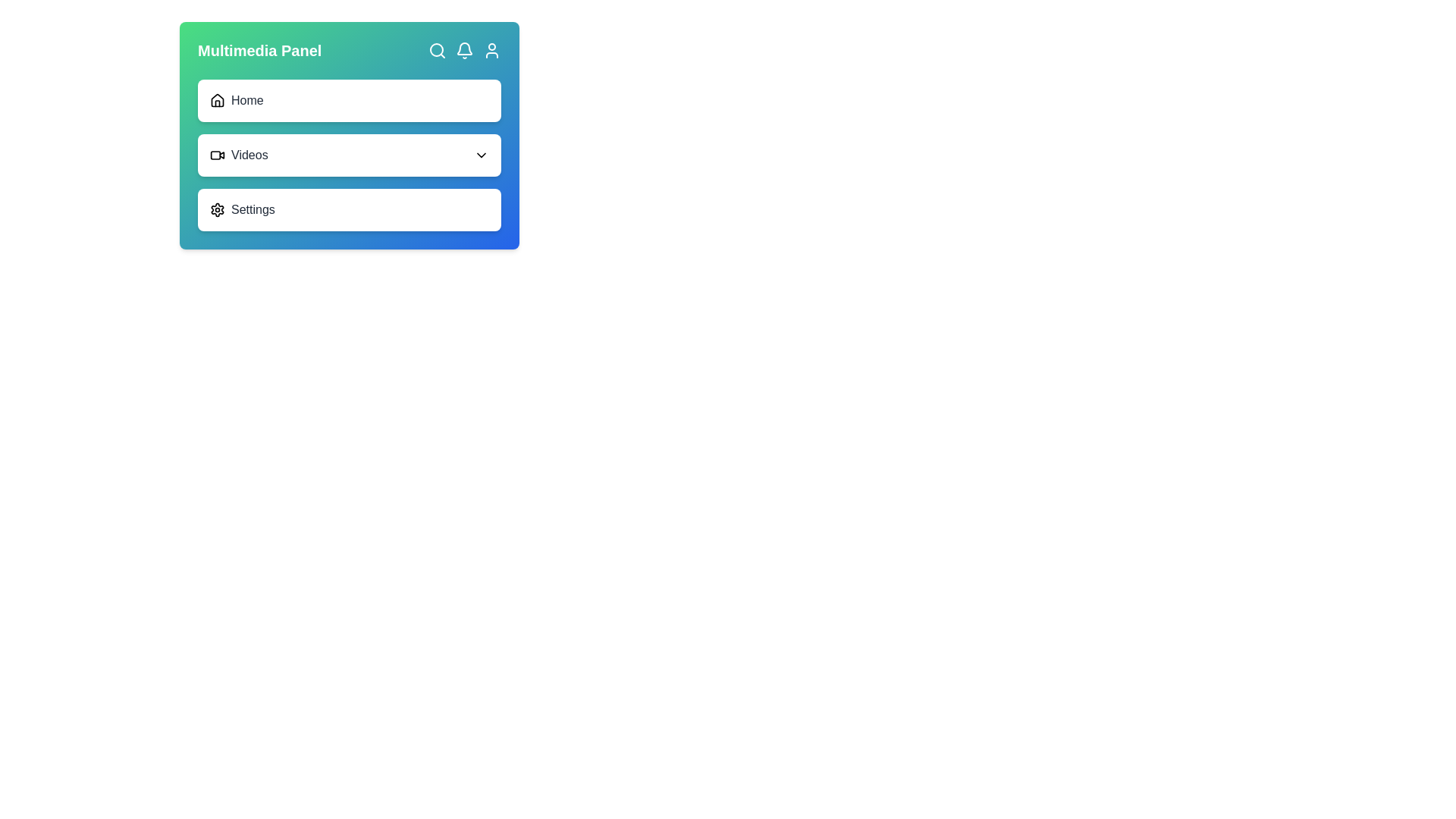 The width and height of the screenshot is (1456, 819). Describe the element at coordinates (217, 210) in the screenshot. I see `the Gear/Cogwheel icon located at the bottom section of the panel` at that location.